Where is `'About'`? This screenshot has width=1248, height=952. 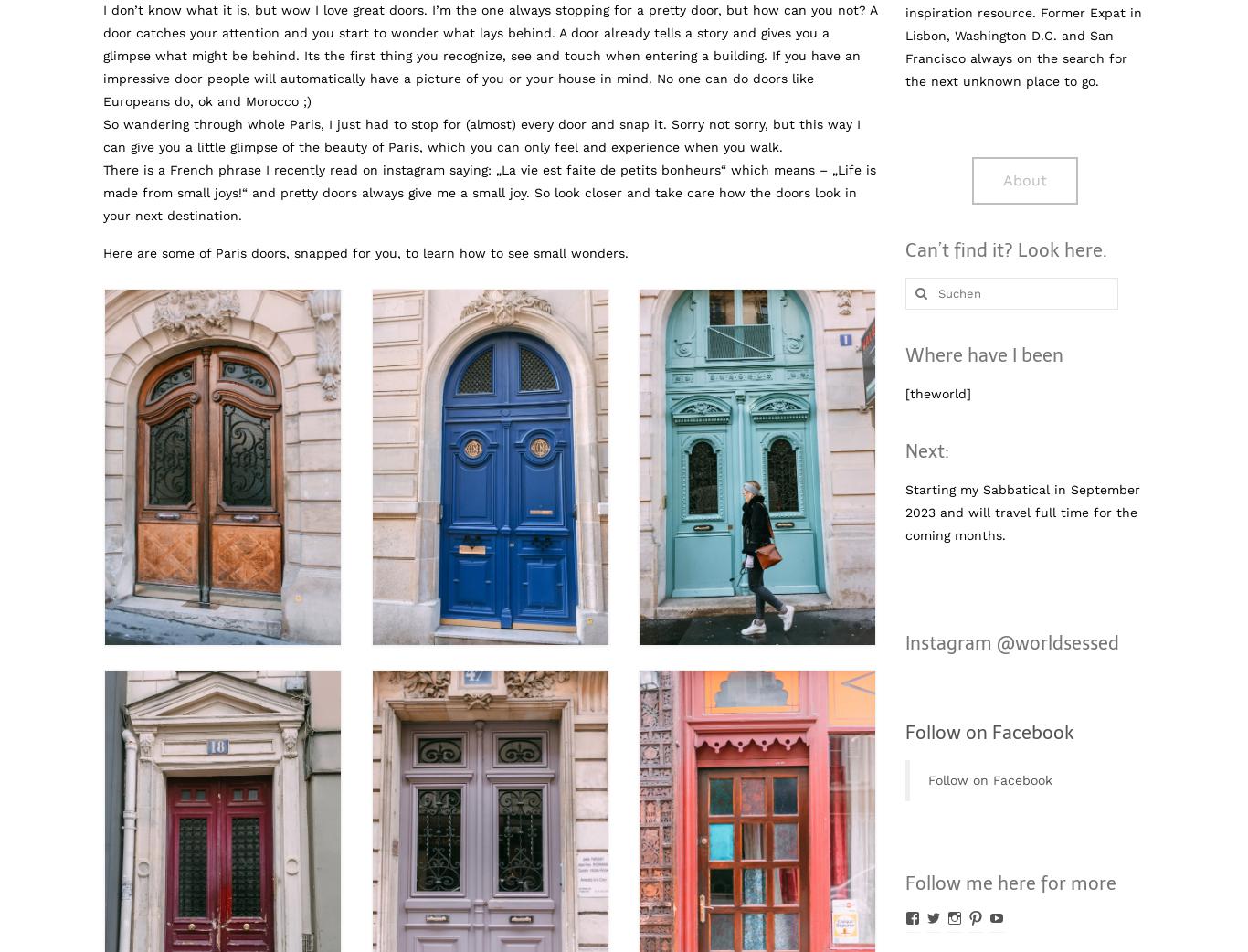
'About' is located at coordinates (1022, 178).